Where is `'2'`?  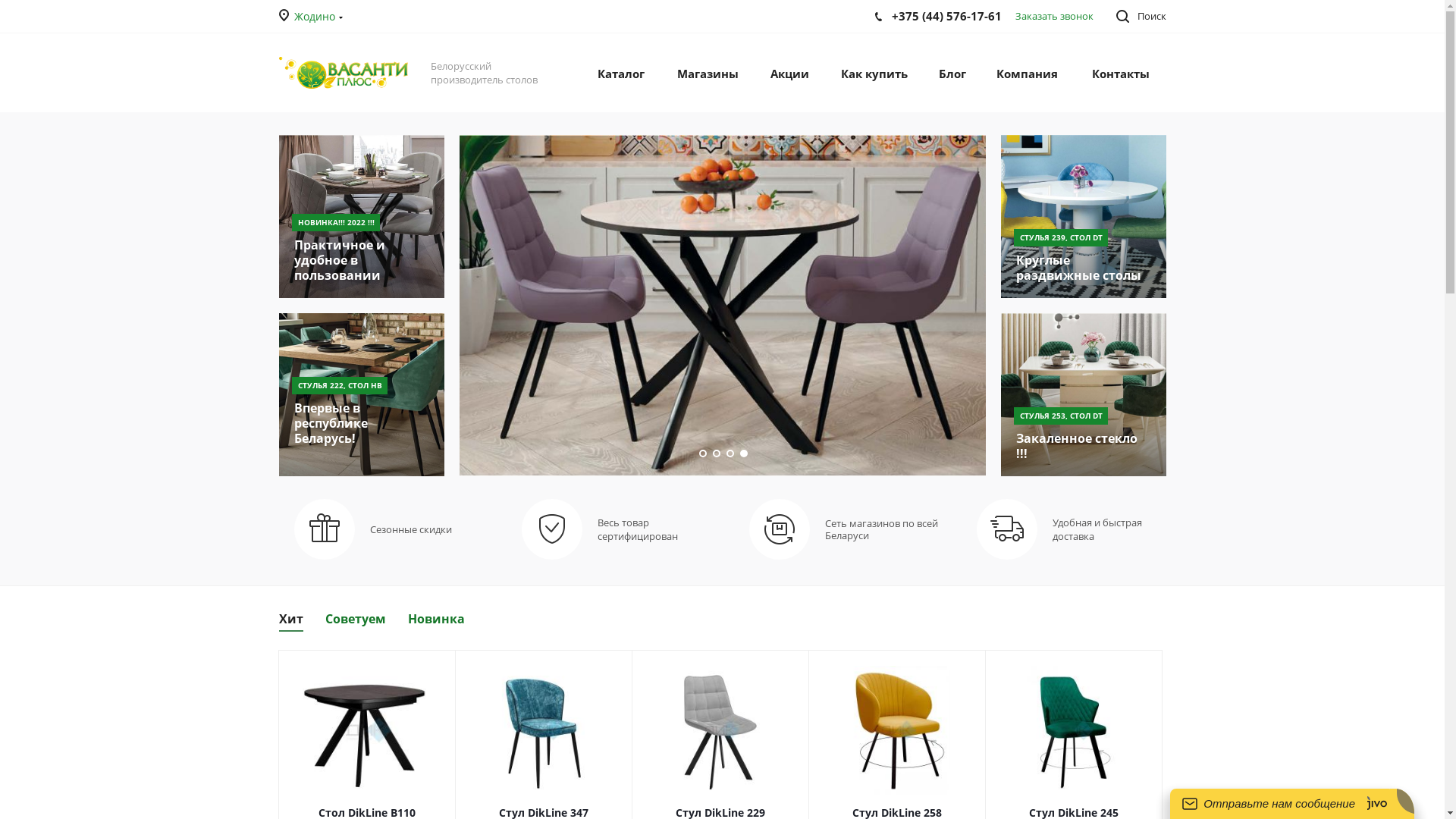
'2' is located at coordinates (716, 452).